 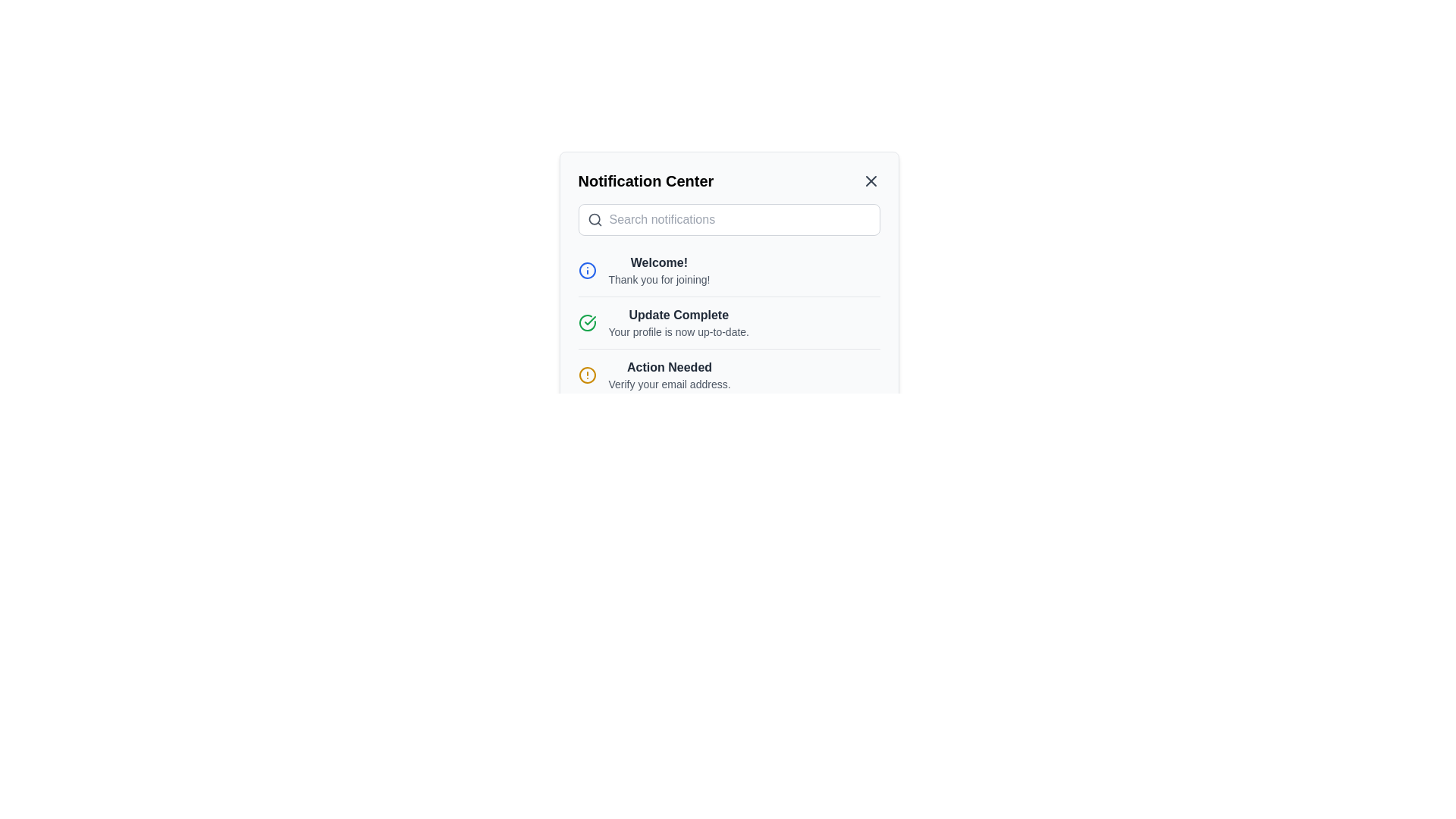 I want to click on the bold text element displaying 'Welcome!' in the notification card interface, which is positioned at the top and aligned above the supplementary text 'Thank you for joining!', so click(x=659, y=262).